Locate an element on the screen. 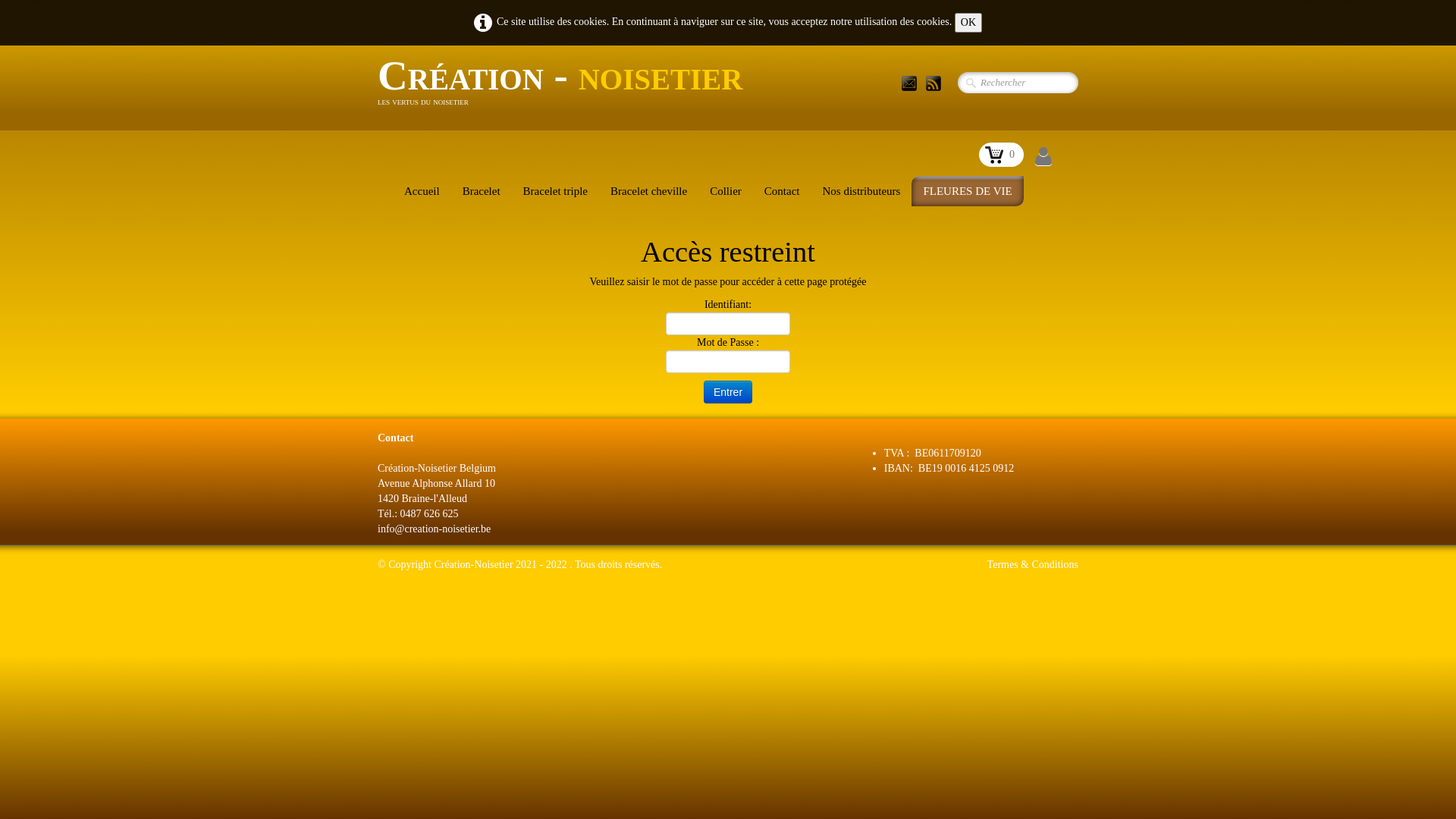 The image size is (1456, 819). 'FLEURES DE VIE' is located at coordinates (966, 190).